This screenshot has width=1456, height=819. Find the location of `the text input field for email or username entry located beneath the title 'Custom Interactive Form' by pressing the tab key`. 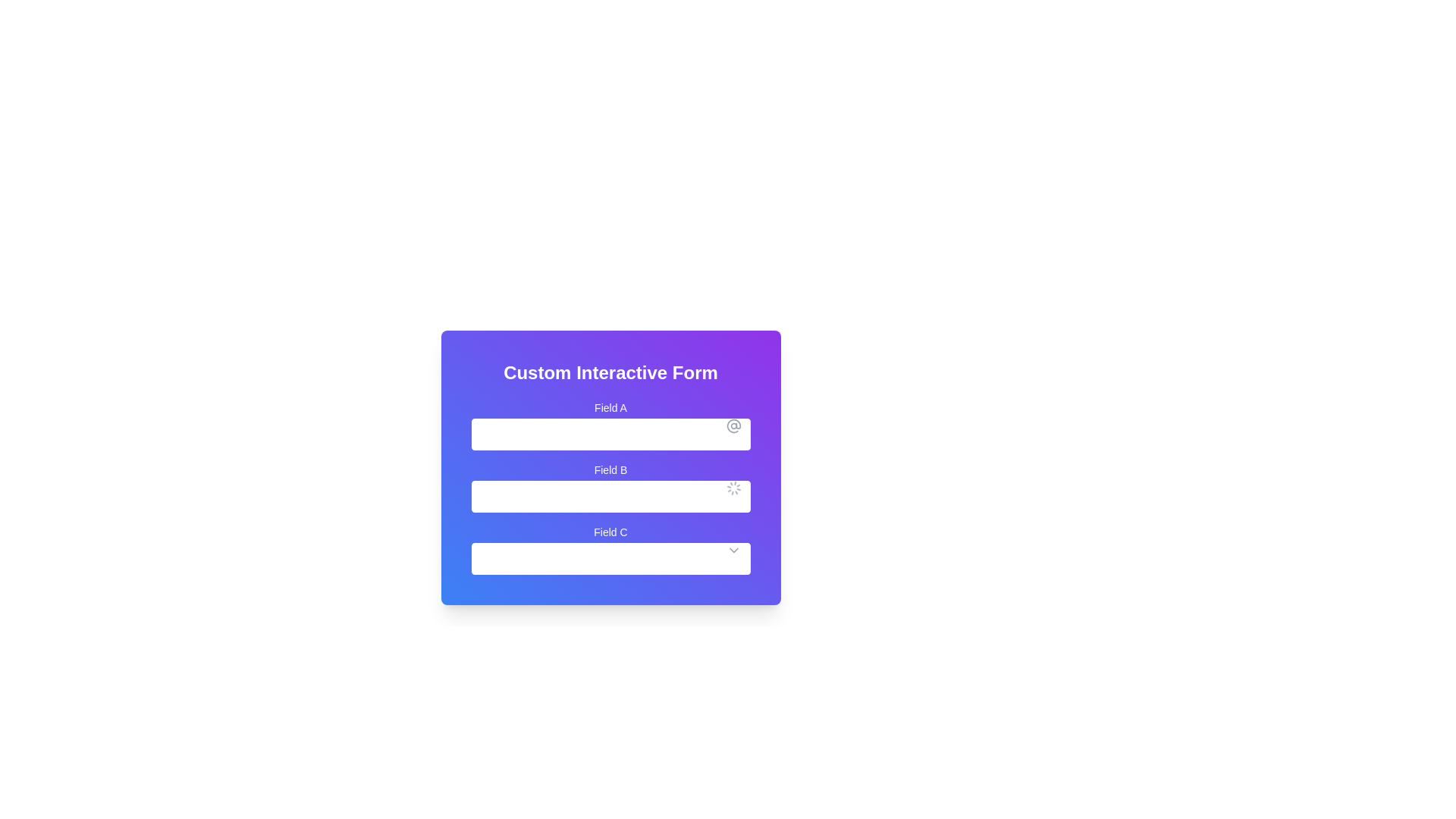

the text input field for email or username entry located beneath the title 'Custom Interactive Form' by pressing the tab key is located at coordinates (610, 425).